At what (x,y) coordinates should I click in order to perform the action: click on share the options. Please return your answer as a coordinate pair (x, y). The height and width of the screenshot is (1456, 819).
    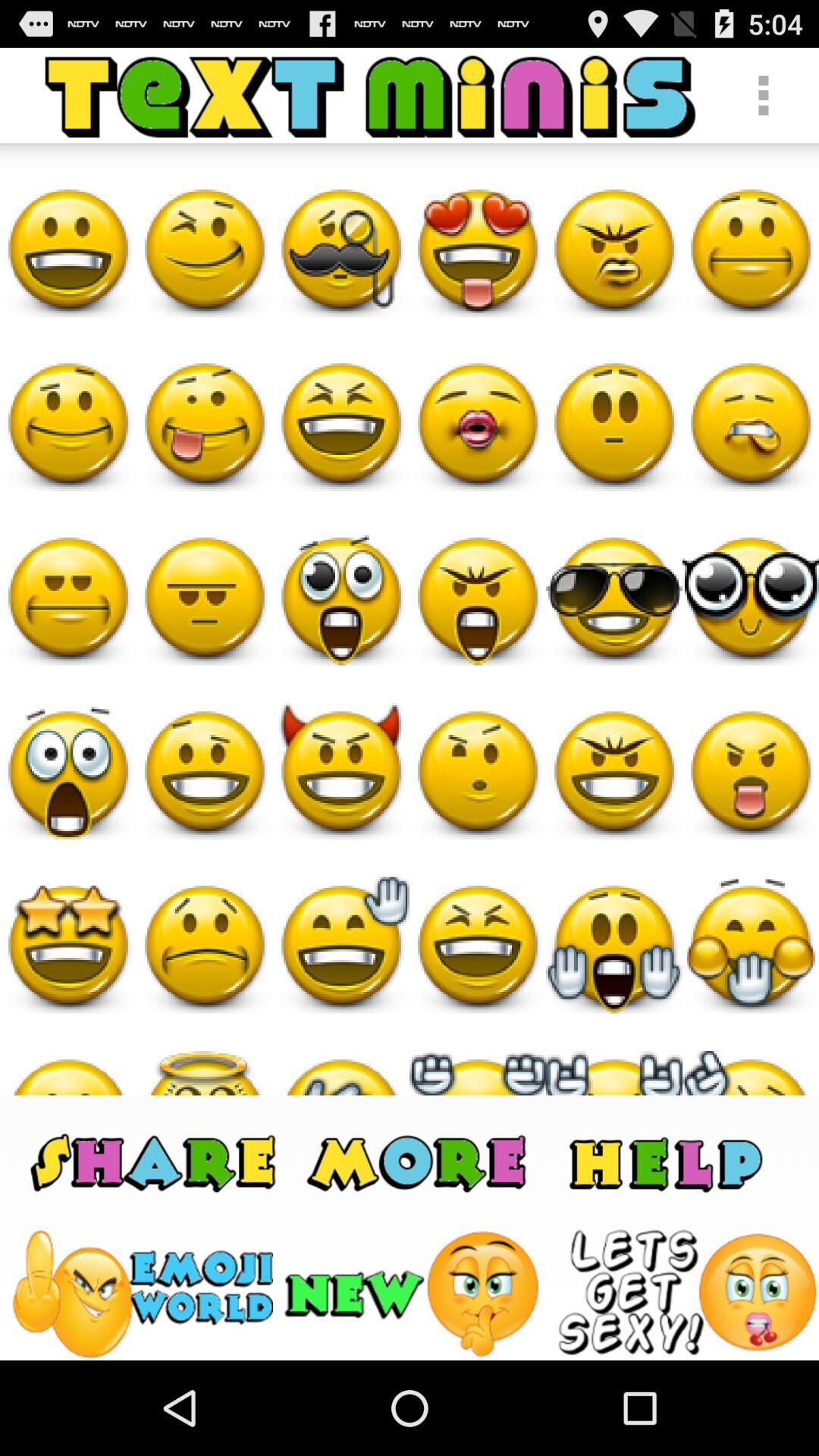
    Looking at the image, I should click on (419, 1160).